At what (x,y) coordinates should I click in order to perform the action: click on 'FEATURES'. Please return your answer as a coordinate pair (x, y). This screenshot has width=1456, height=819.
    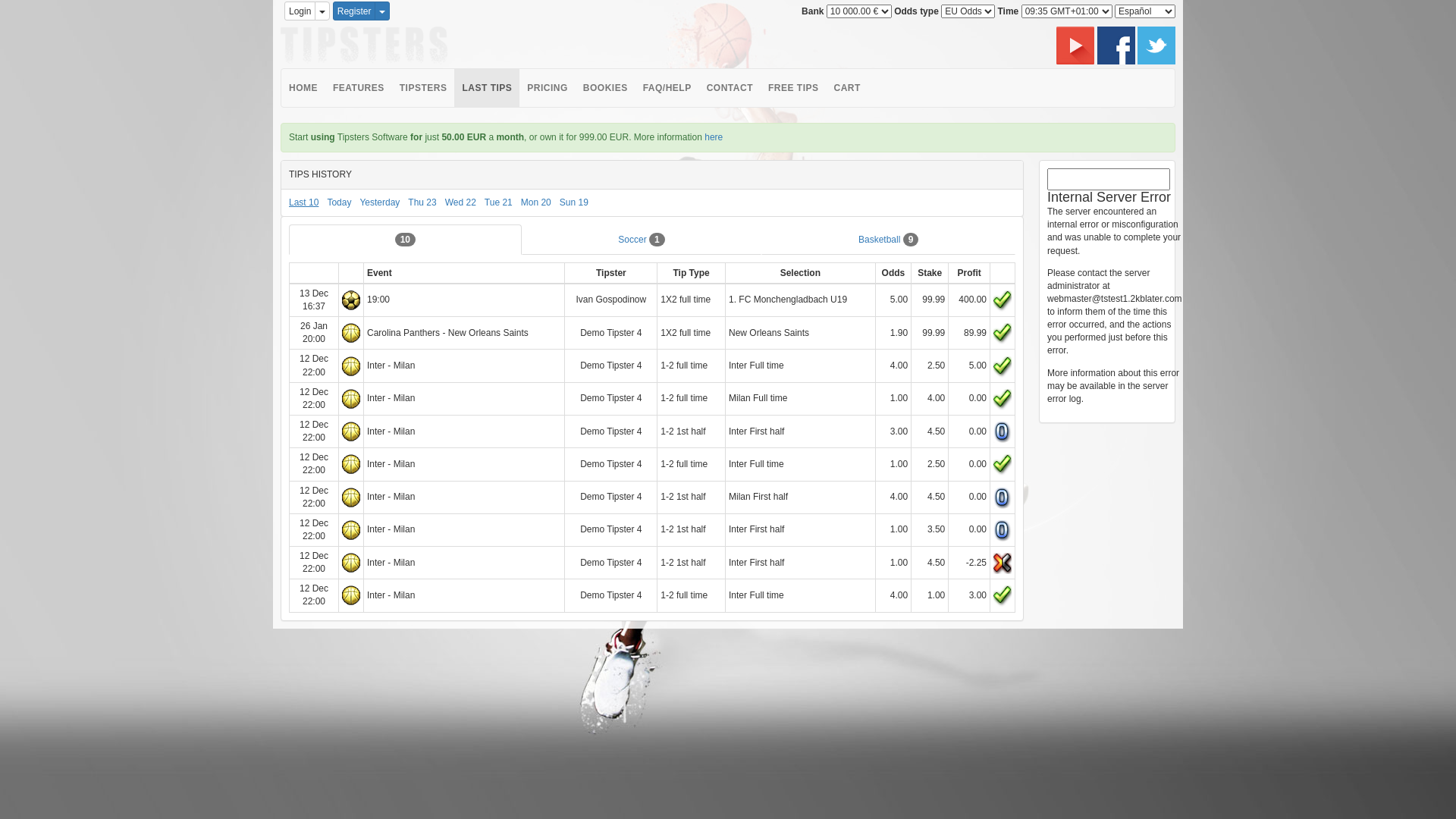
    Looking at the image, I should click on (358, 87).